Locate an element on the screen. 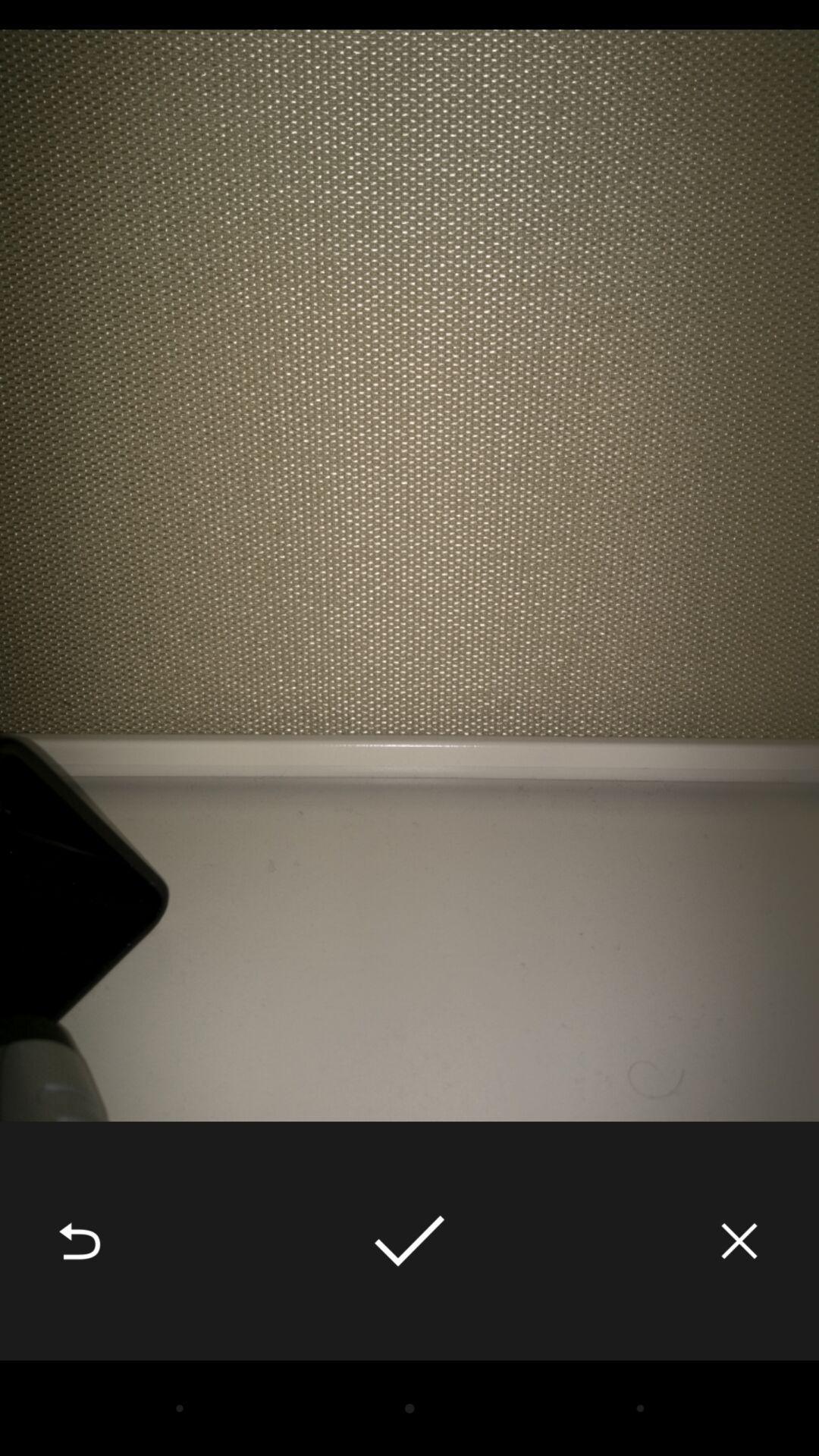 This screenshot has height=1456, width=819. icon at the bottom left corner is located at coordinates (79, 1241).